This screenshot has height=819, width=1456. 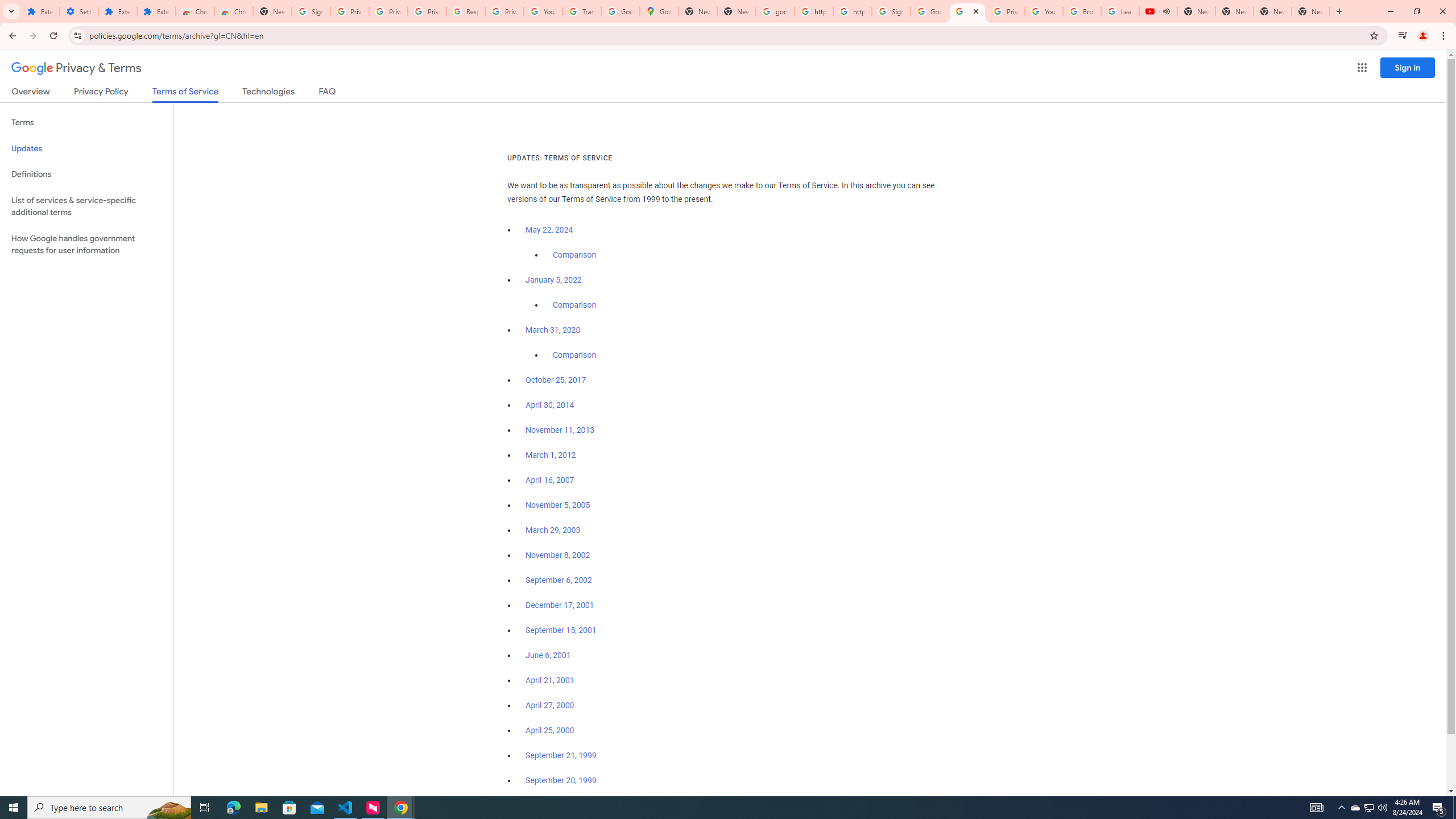 I want to click on 'How Google handles government requests for user information', so click(x=86, y=243).